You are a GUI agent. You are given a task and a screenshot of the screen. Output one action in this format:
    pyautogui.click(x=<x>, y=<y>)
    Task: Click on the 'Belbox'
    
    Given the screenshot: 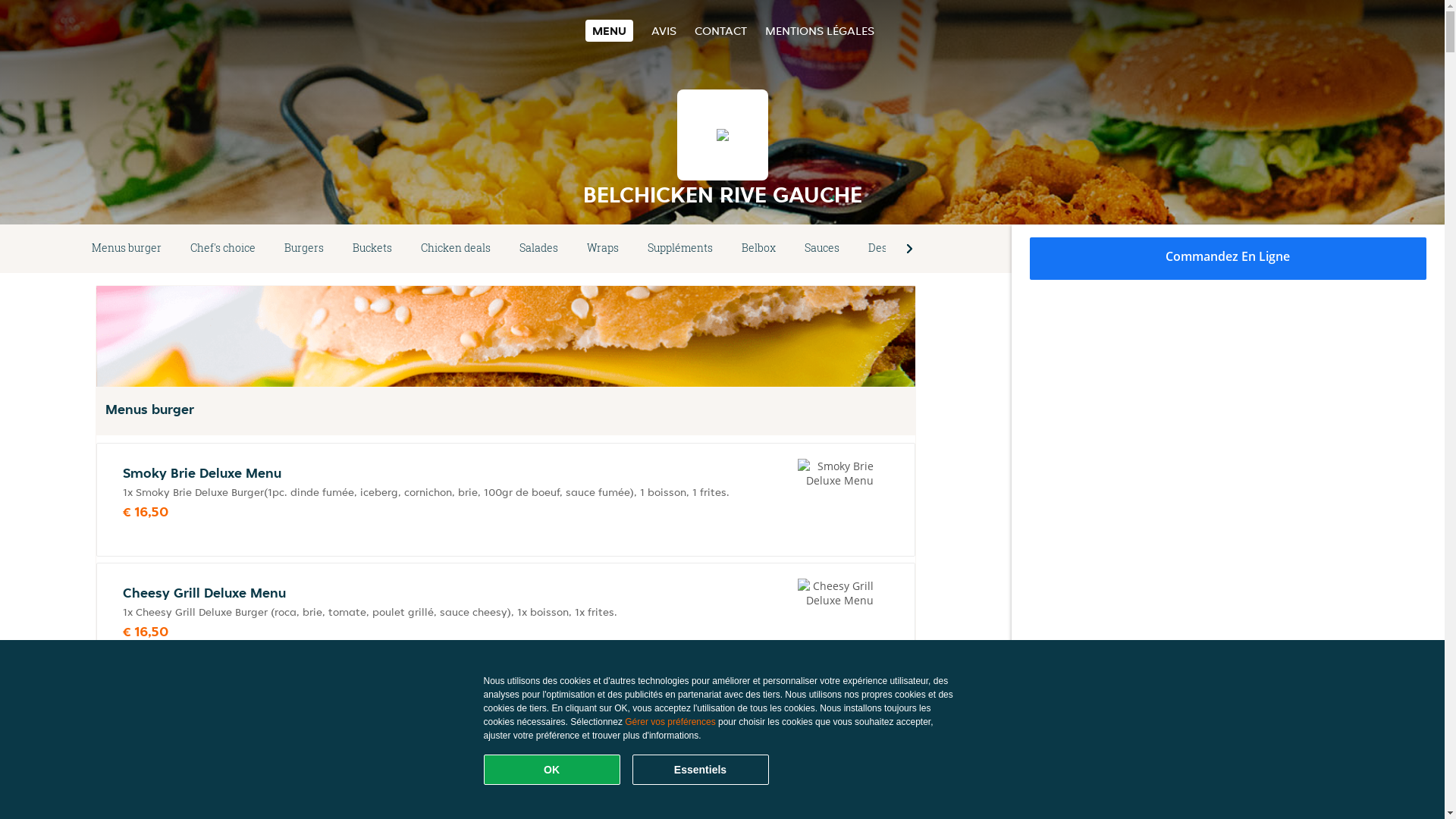 What is the action you would take?
    pyautogui.click(x=758, y=247)
    